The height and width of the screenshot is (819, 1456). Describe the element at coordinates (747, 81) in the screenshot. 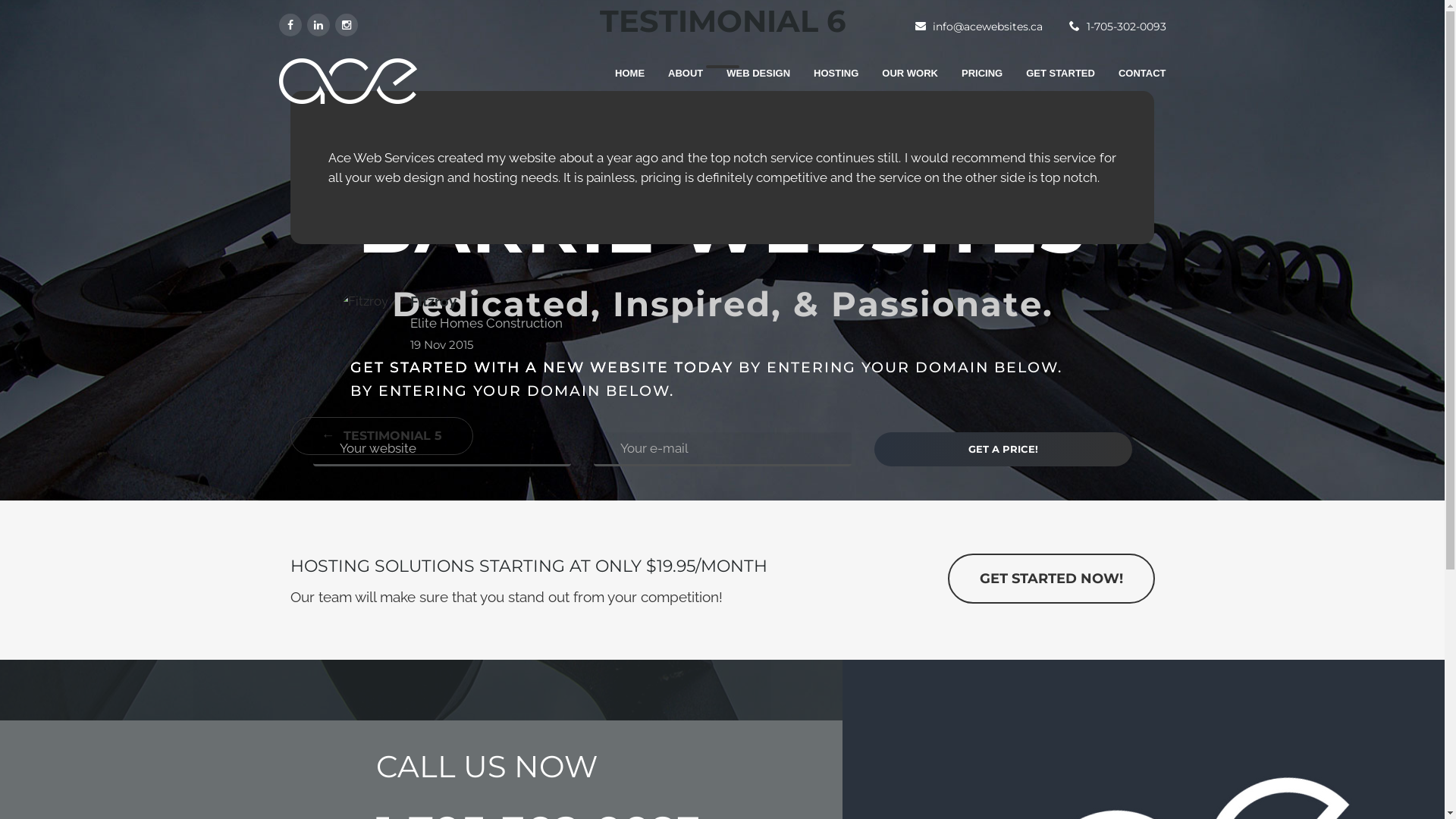

I see `'WEB DESIGN'` at that location.